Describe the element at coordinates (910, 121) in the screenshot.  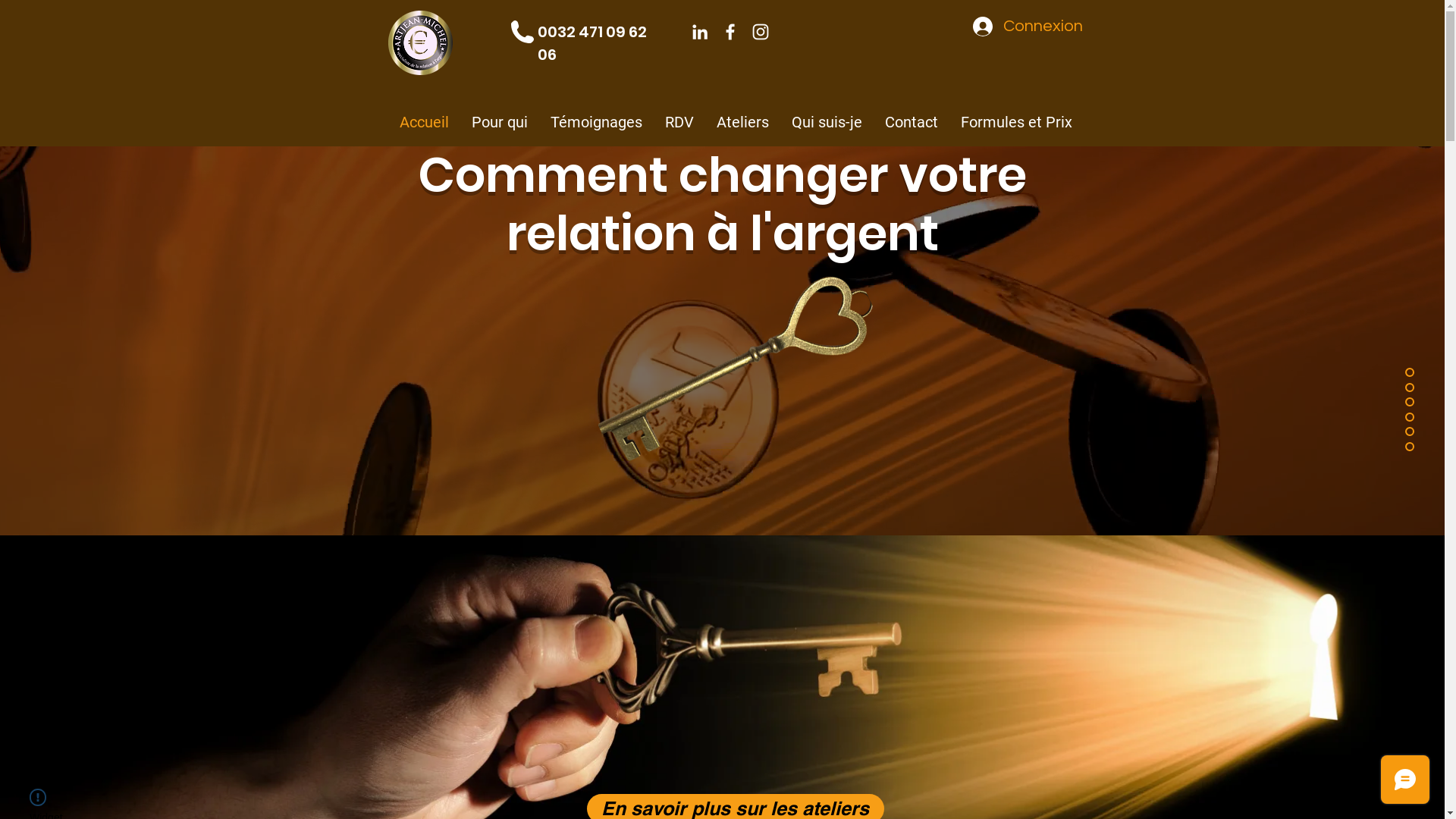
I see `'Contact'` at that location.